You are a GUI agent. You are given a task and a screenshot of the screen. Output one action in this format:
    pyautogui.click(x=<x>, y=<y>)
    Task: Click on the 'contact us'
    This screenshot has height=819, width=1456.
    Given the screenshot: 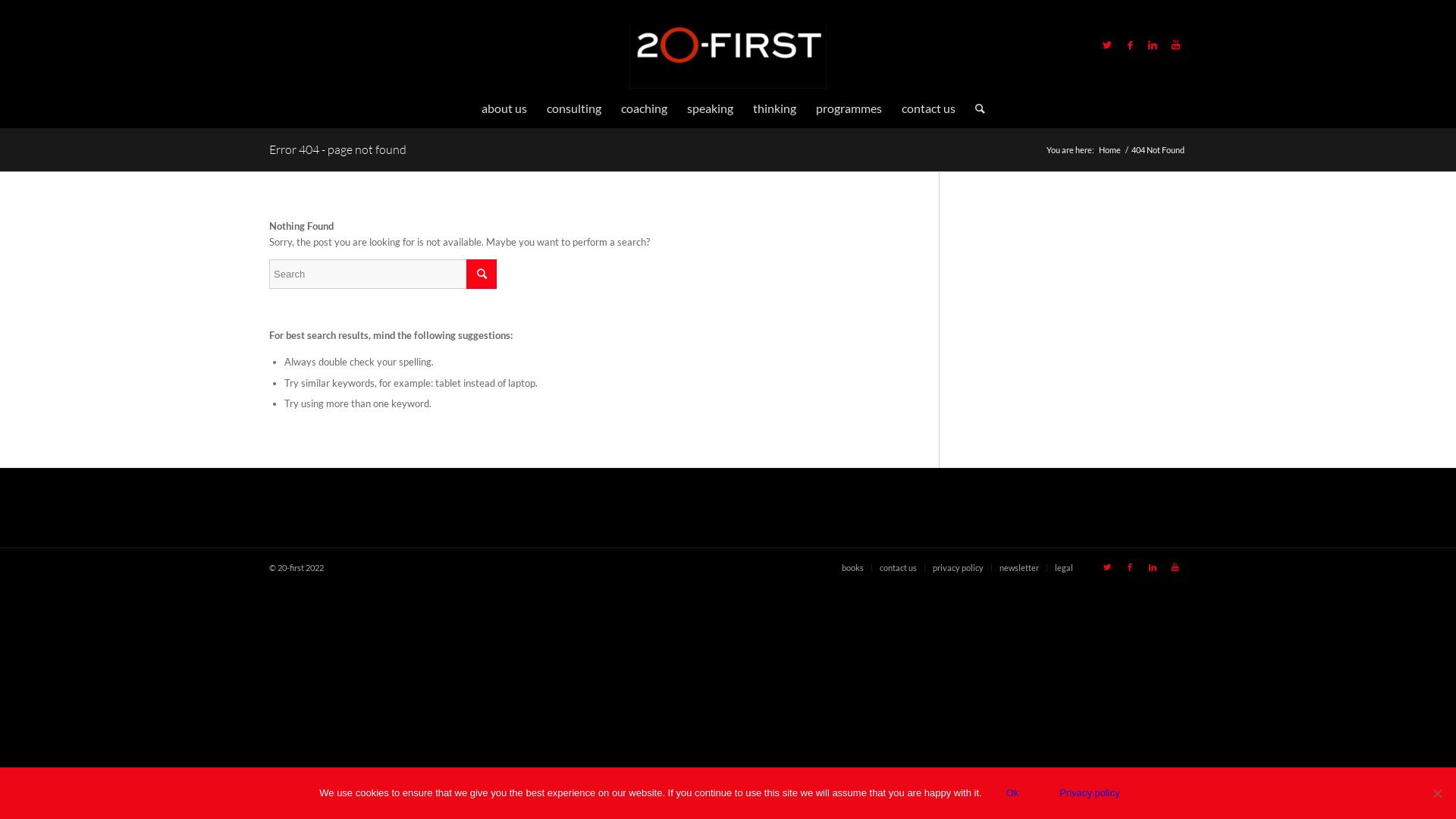 What is the action you would take?
    pyautogui.click(x=892, y=107)
    